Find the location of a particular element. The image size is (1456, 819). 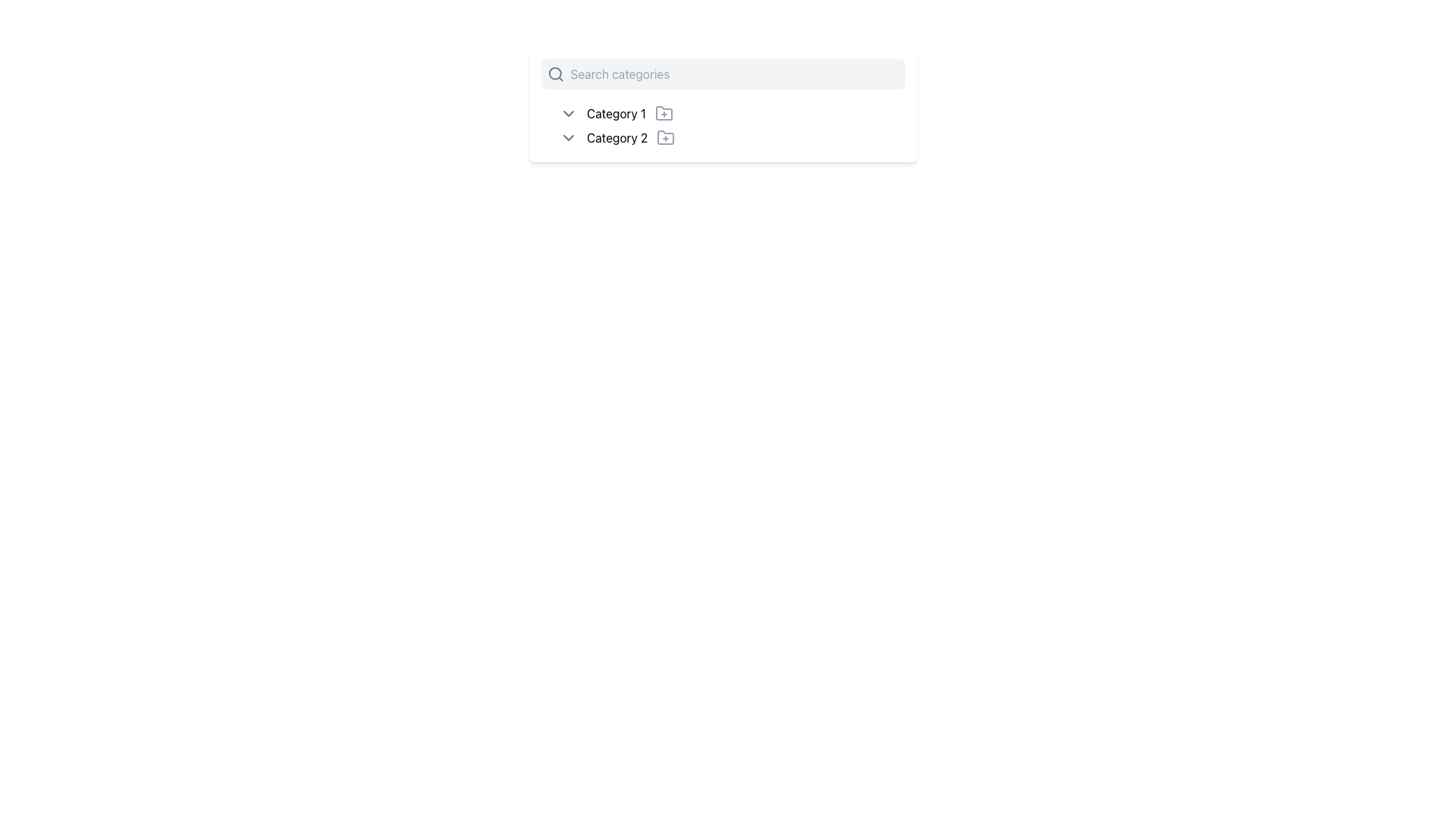

the Icon Button located to the right of 'Category 2' is located at coordinates (666, 137).